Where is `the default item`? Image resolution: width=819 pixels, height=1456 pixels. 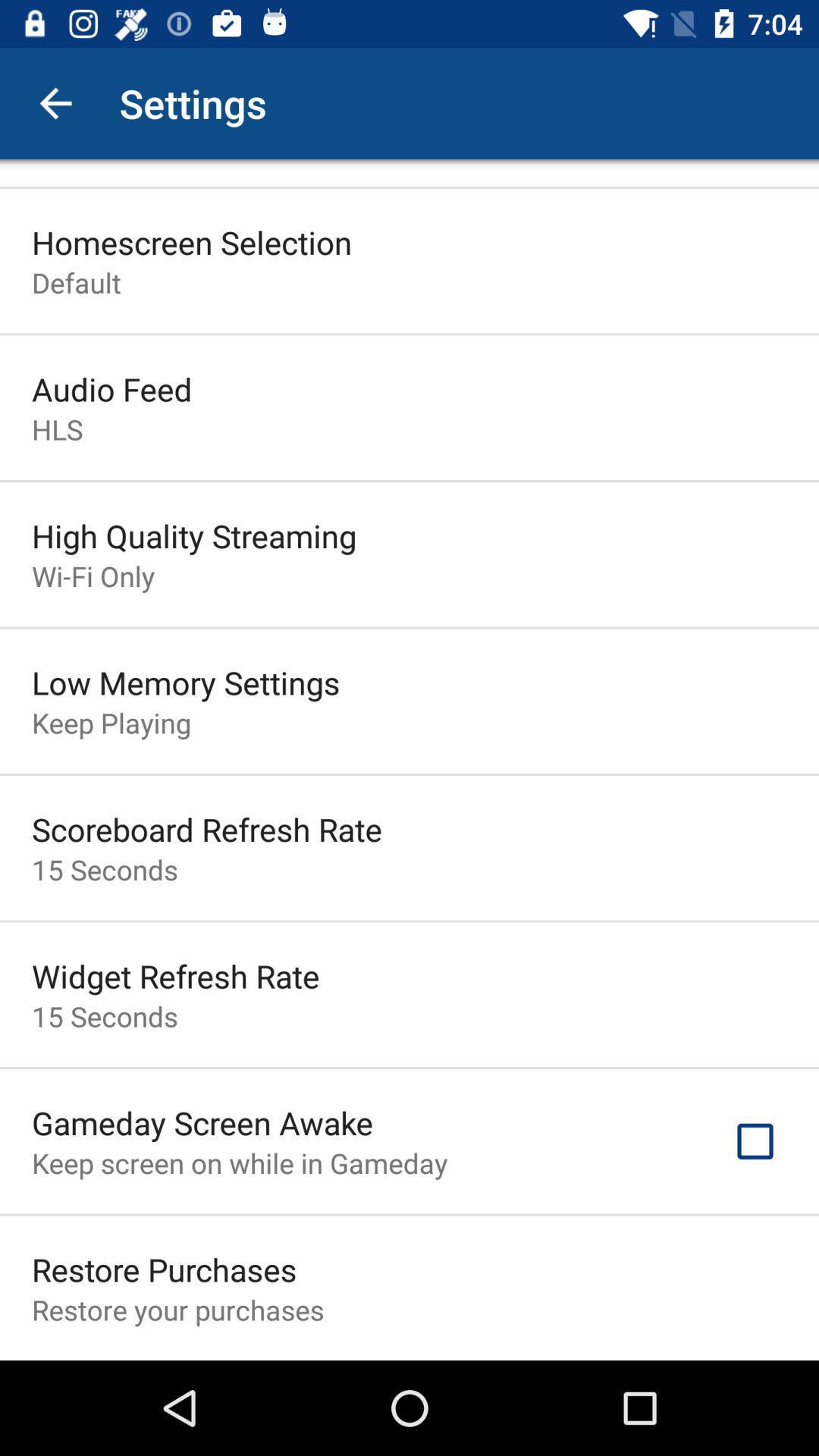
the default item is located at coordinates (76, 282).